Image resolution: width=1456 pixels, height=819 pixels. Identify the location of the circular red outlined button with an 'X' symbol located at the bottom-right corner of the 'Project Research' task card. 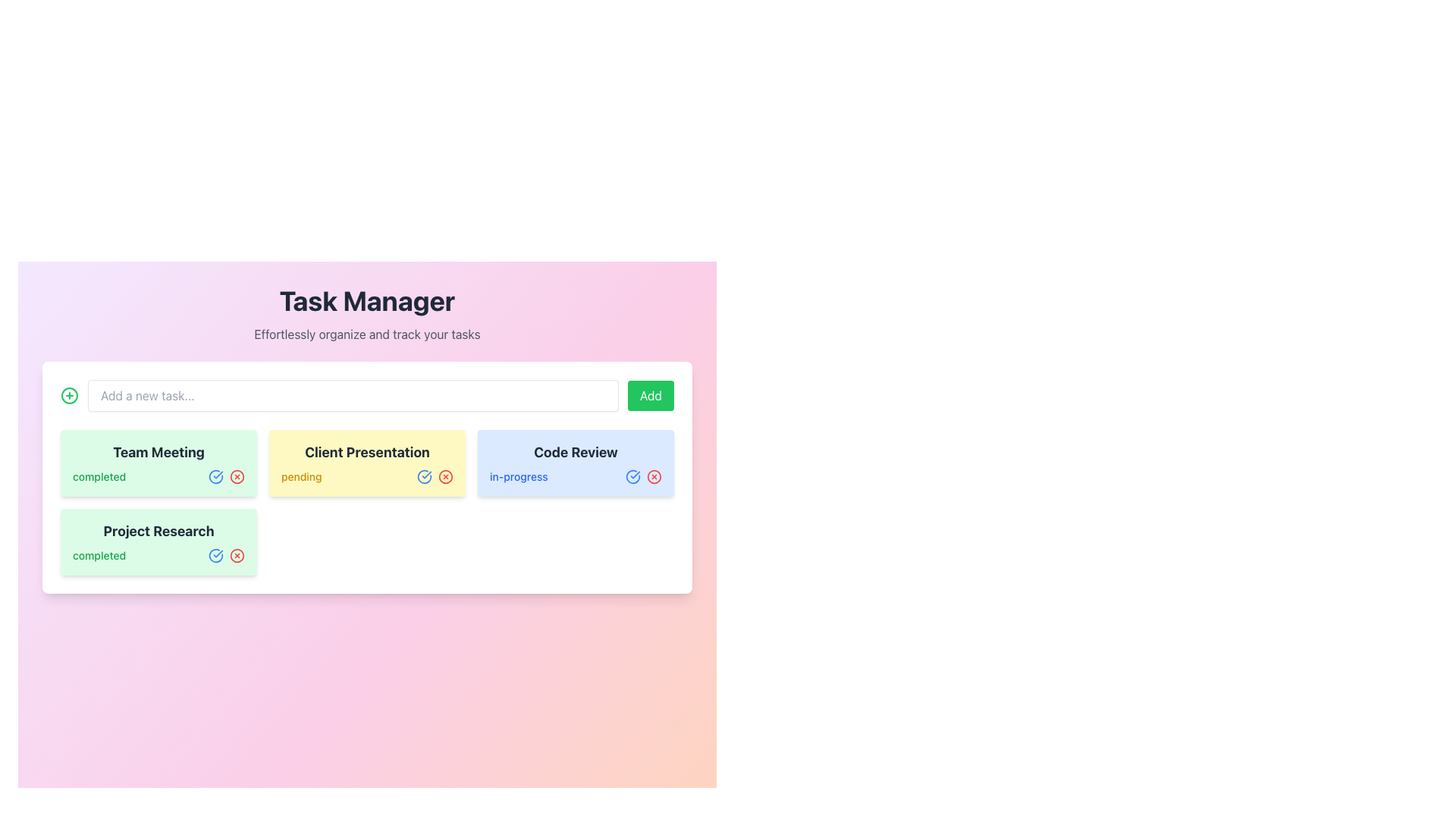
(236, 555).